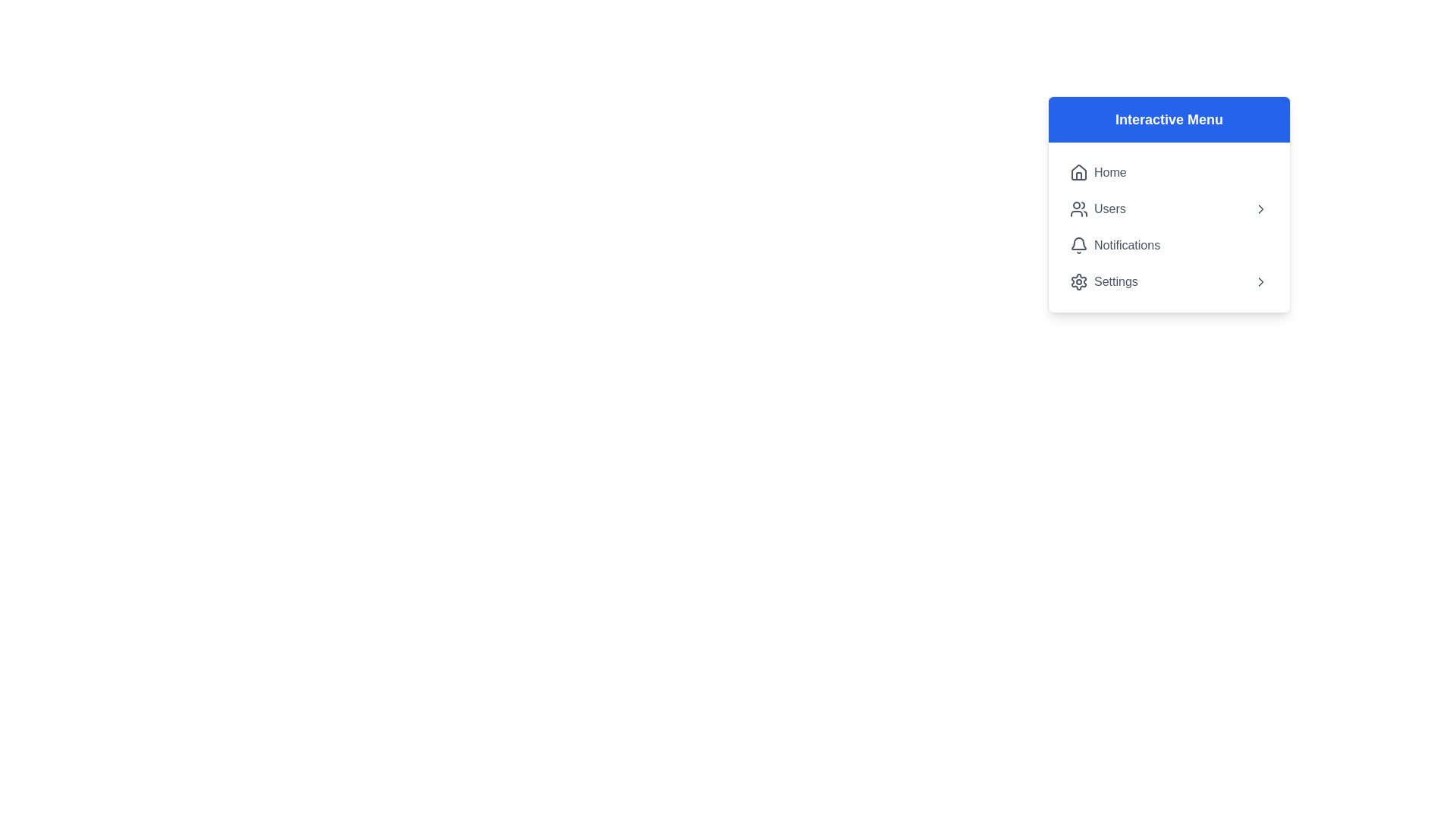 This screenshot has width=1456, height=819. I want to click on the group icon representing multiple users, which is located to the left of the 'Users' label in the menu section, so click(1078, 209).